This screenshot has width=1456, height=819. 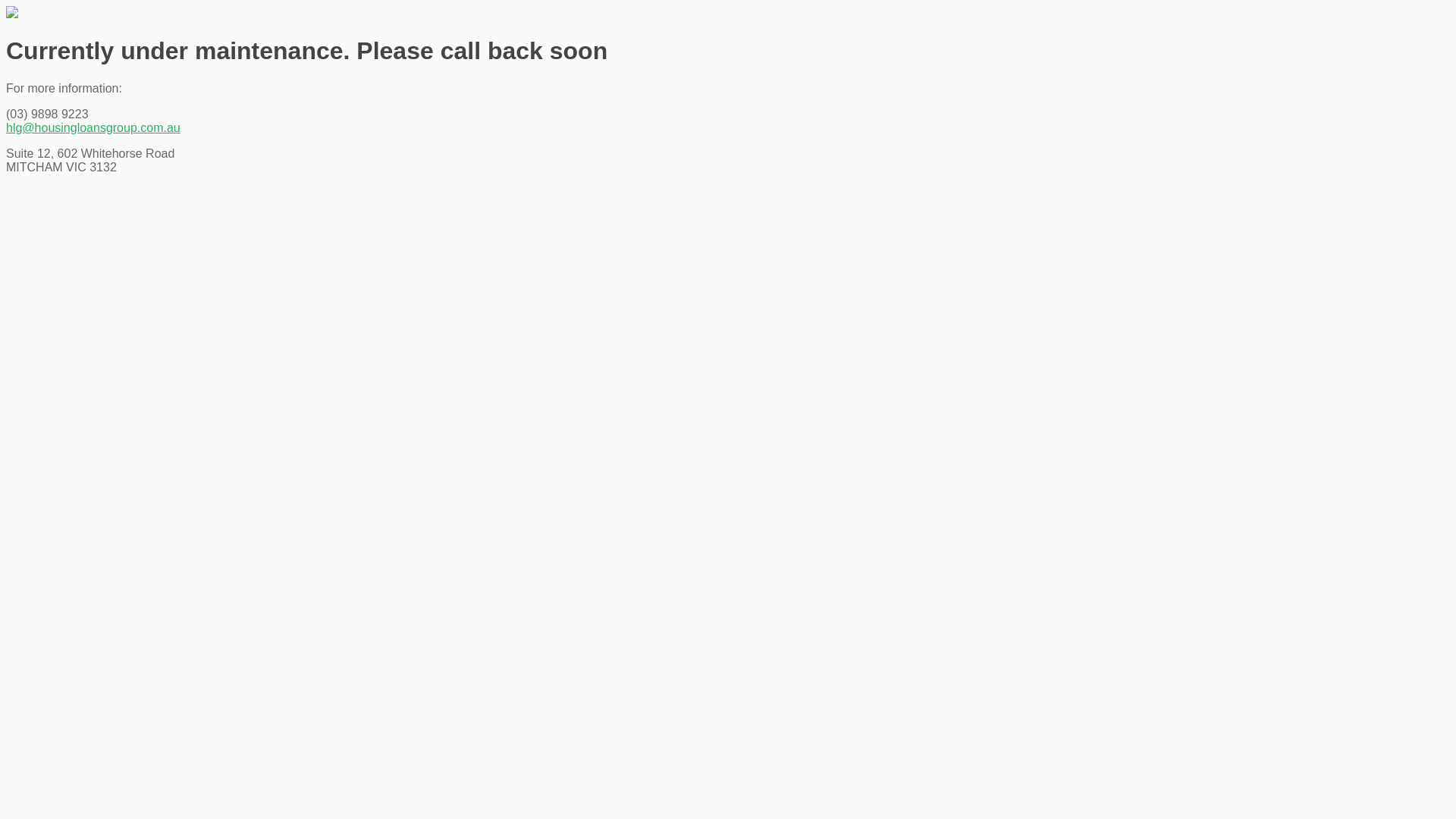 I want to click on 'hlg@housingloansgroup.com.au', so click(x=93, y=127).